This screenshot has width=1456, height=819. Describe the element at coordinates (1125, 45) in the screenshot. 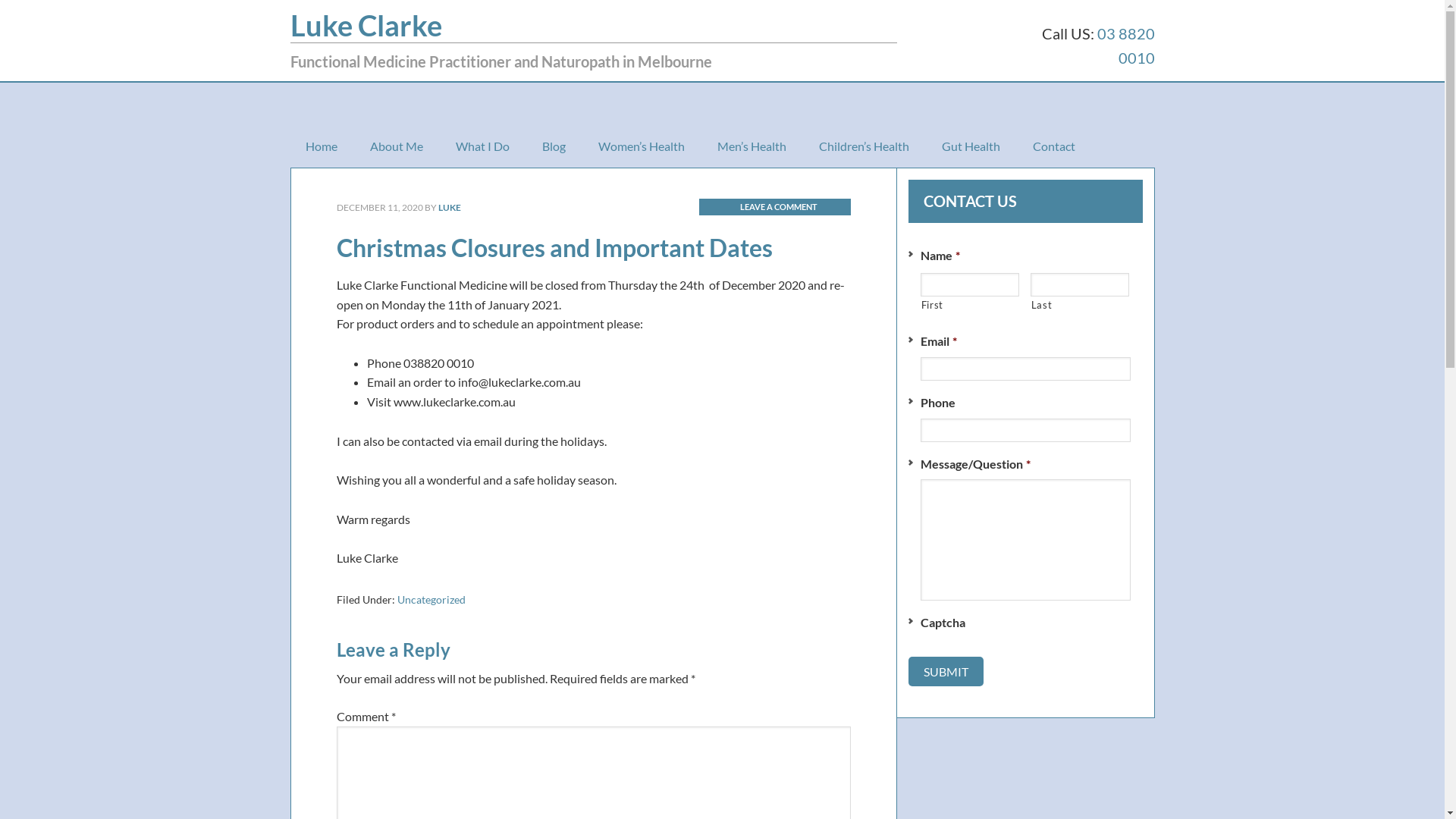

I see `'03 8820 0010'` at that location.